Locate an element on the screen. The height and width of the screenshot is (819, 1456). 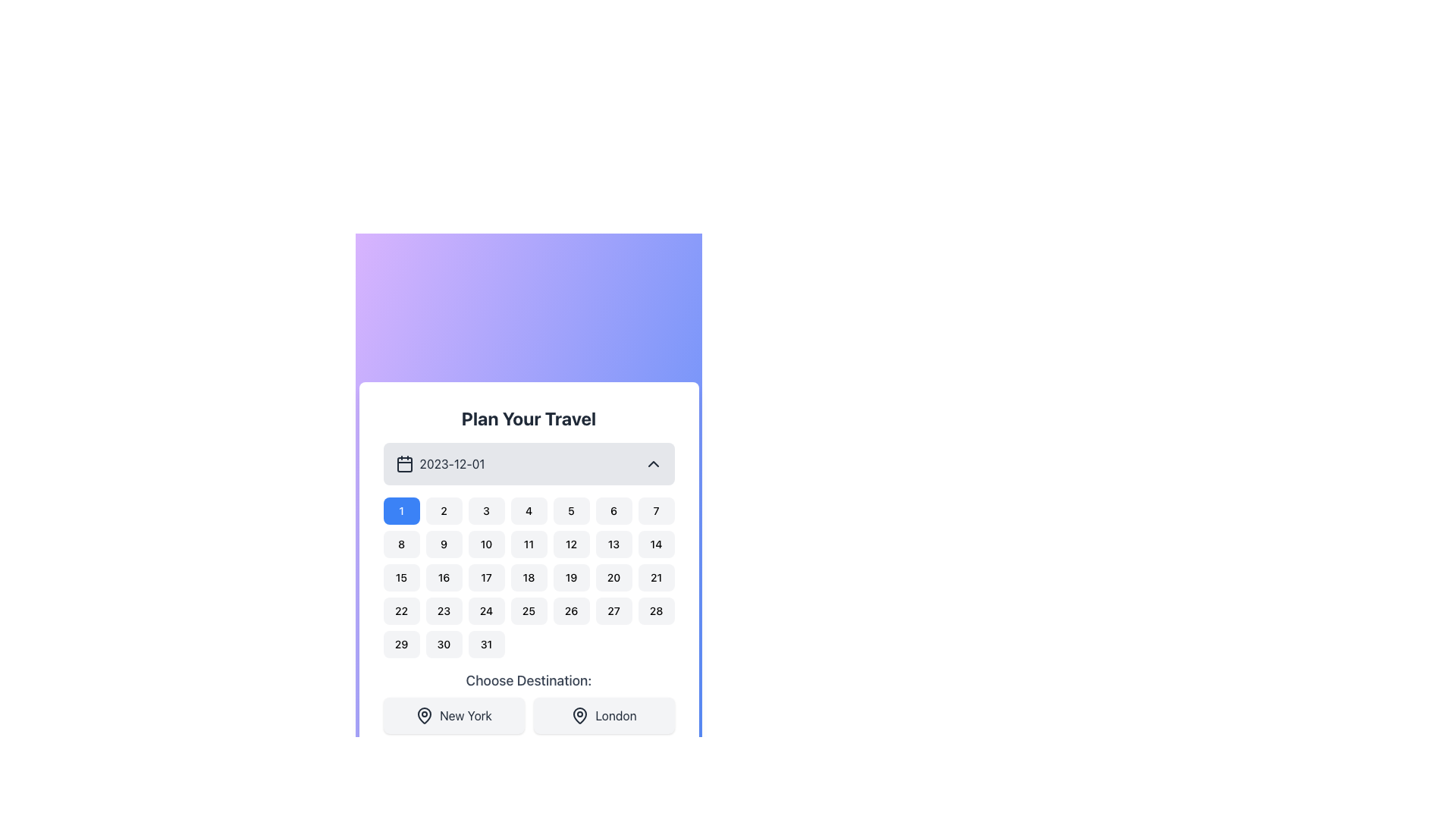
the calendar date button displaying '28' located in the bottom-right corner of the date grid is located at coordinates (656, 610).